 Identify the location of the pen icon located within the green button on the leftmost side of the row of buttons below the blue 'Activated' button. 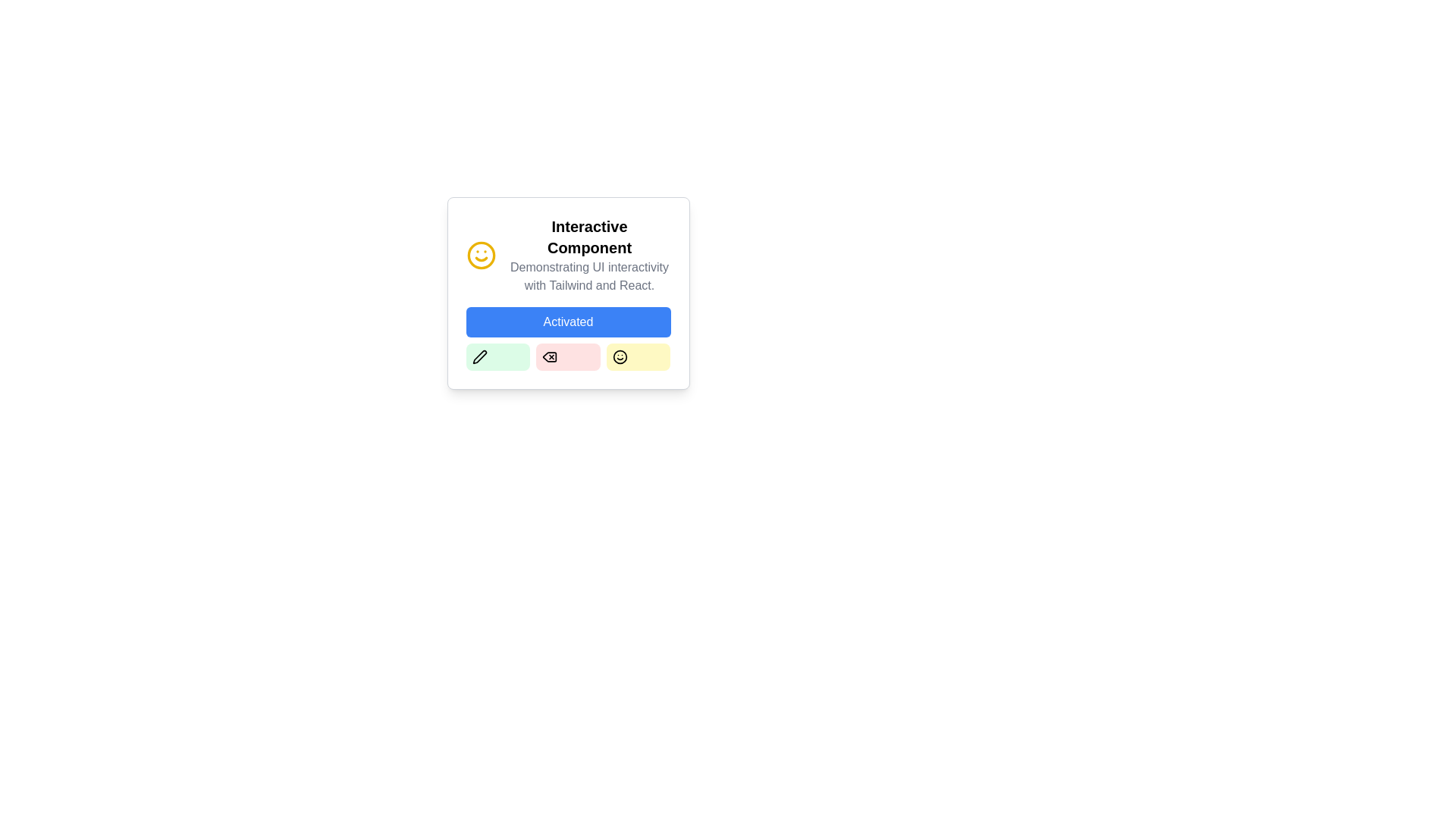
(479, 356).